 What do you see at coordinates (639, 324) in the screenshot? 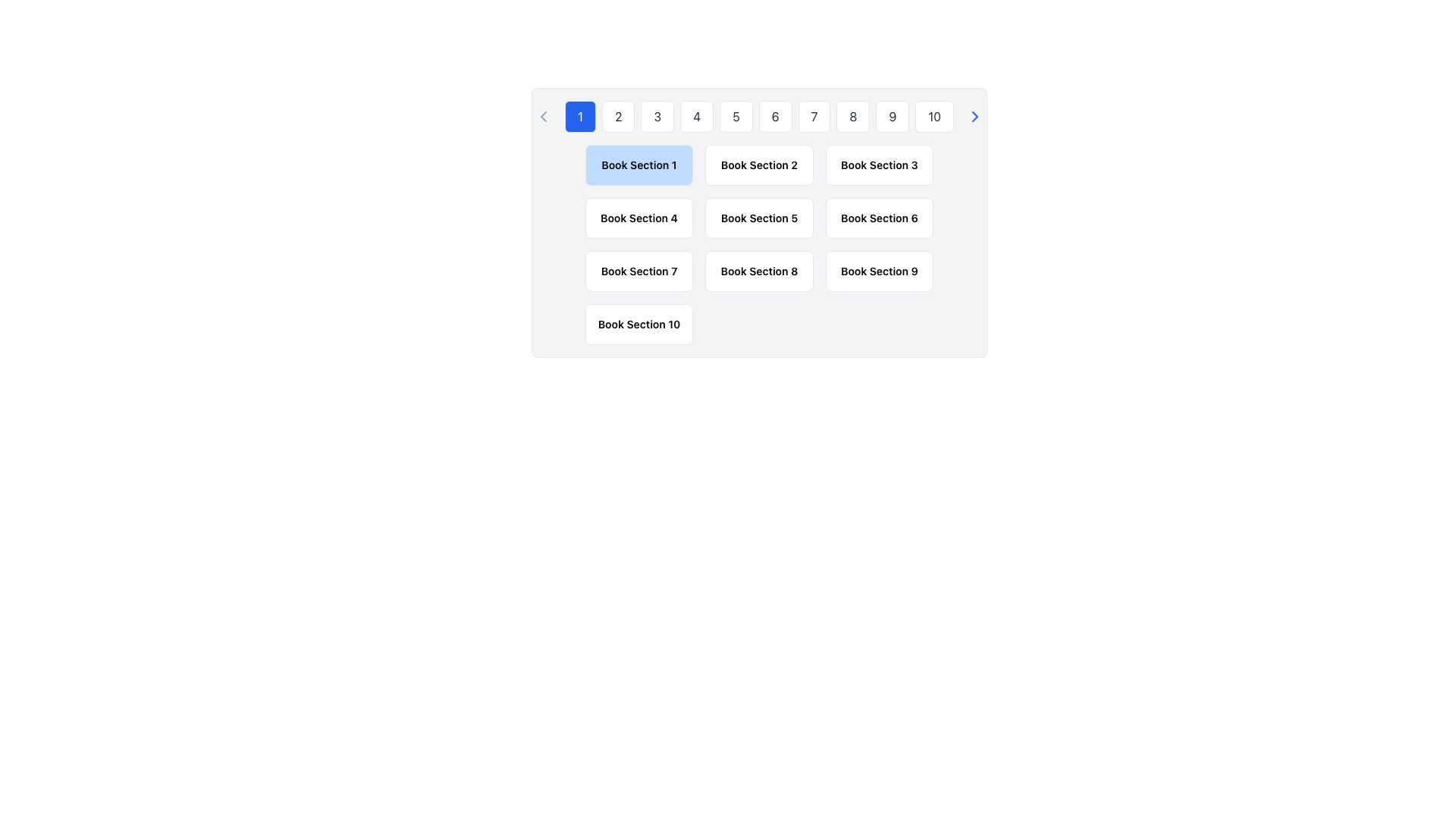
I see `the text label titled 'Book Section 10', which is the last item in a grid structure located in the bottom-right corner, serving as a category selector` at bounding box center [639, 324].